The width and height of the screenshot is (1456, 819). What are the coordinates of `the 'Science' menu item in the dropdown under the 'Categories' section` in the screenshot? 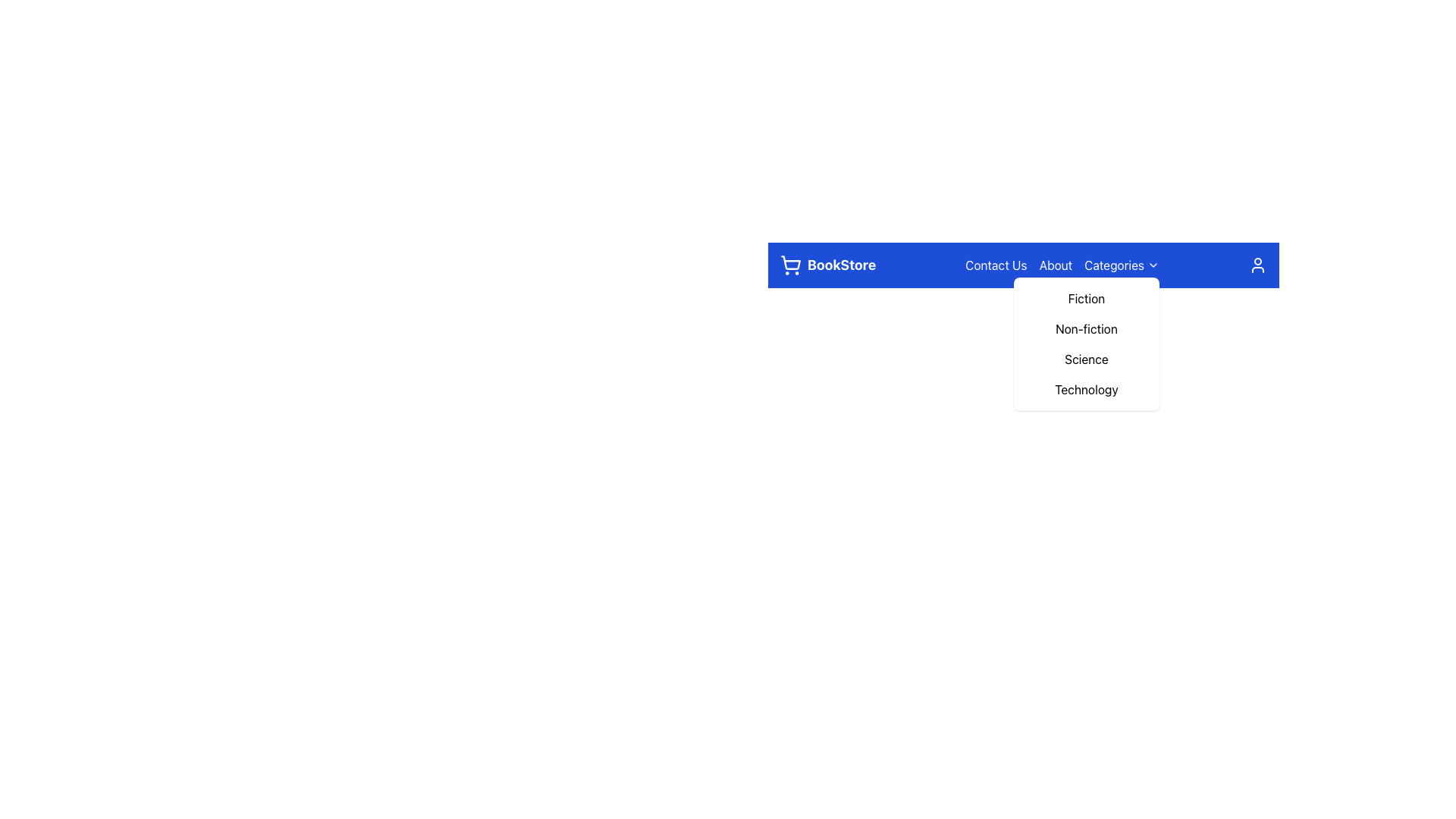 It's located at (1085, 359).